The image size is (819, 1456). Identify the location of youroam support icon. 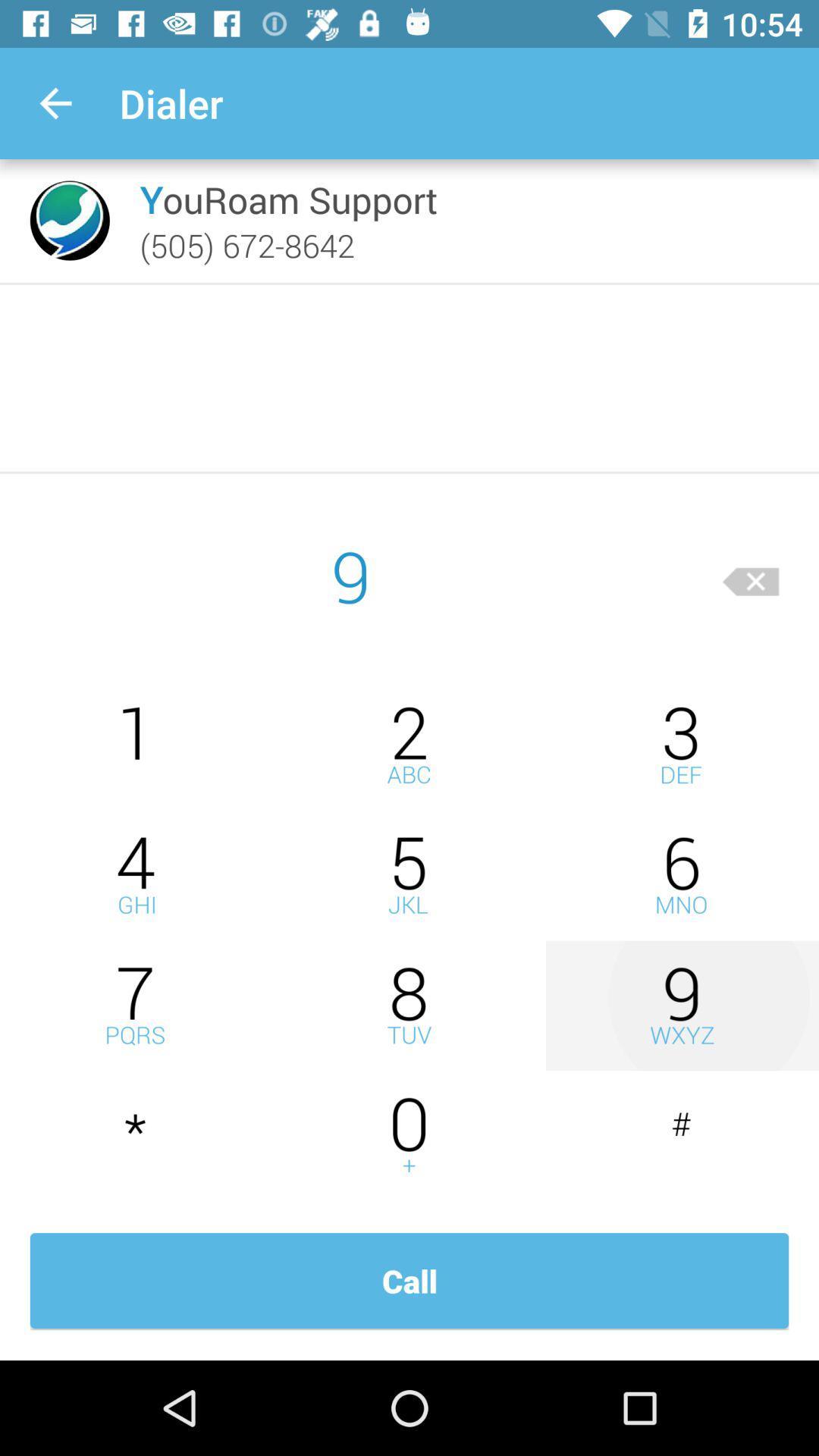
(288, 199).